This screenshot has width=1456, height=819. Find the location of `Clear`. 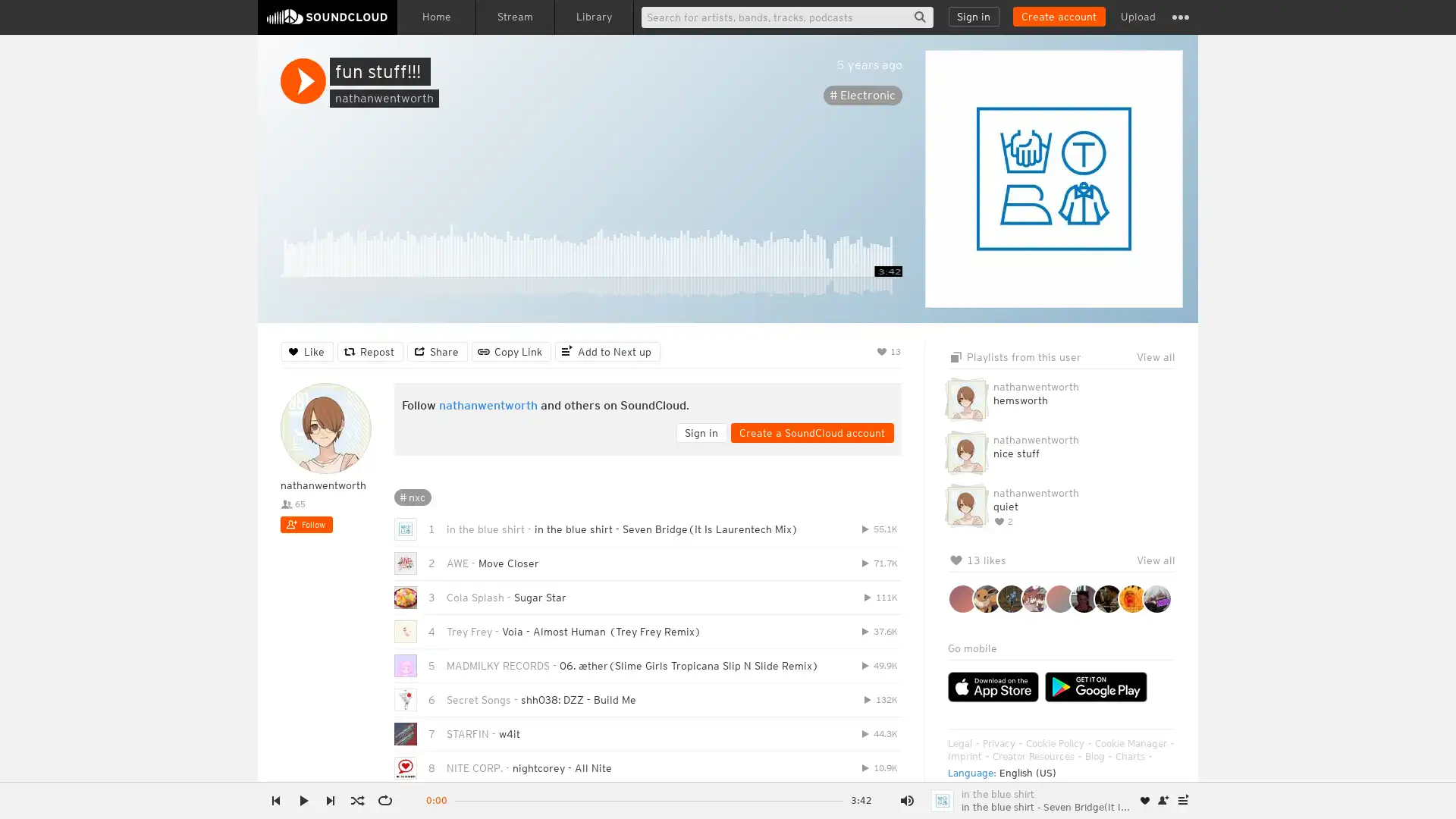

Clear is located at coordinates (1124, 376).